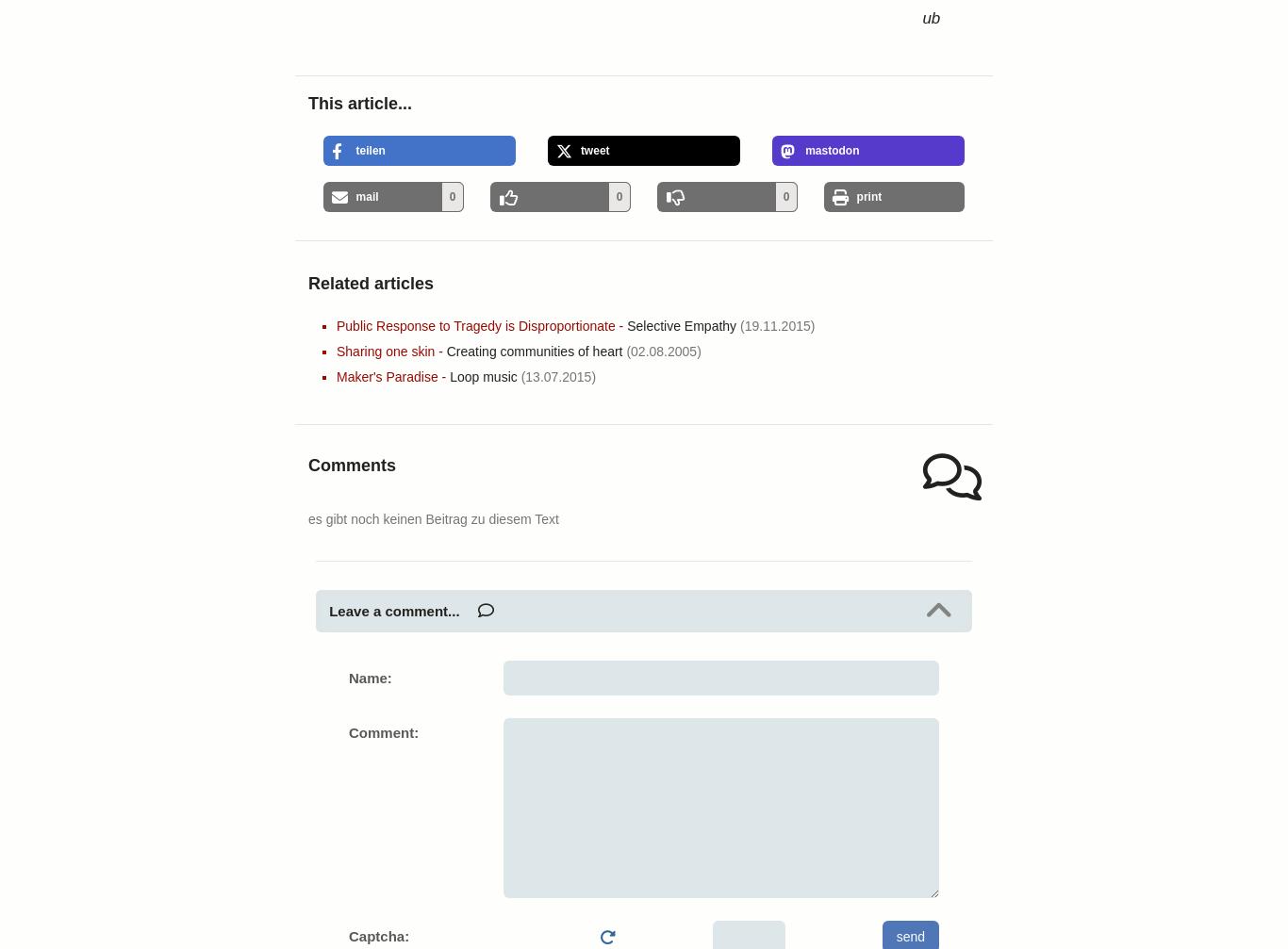 Image resolution: width=1288 pixels, height=949 pixels. I want to click on 'ub', so click(922, 18).